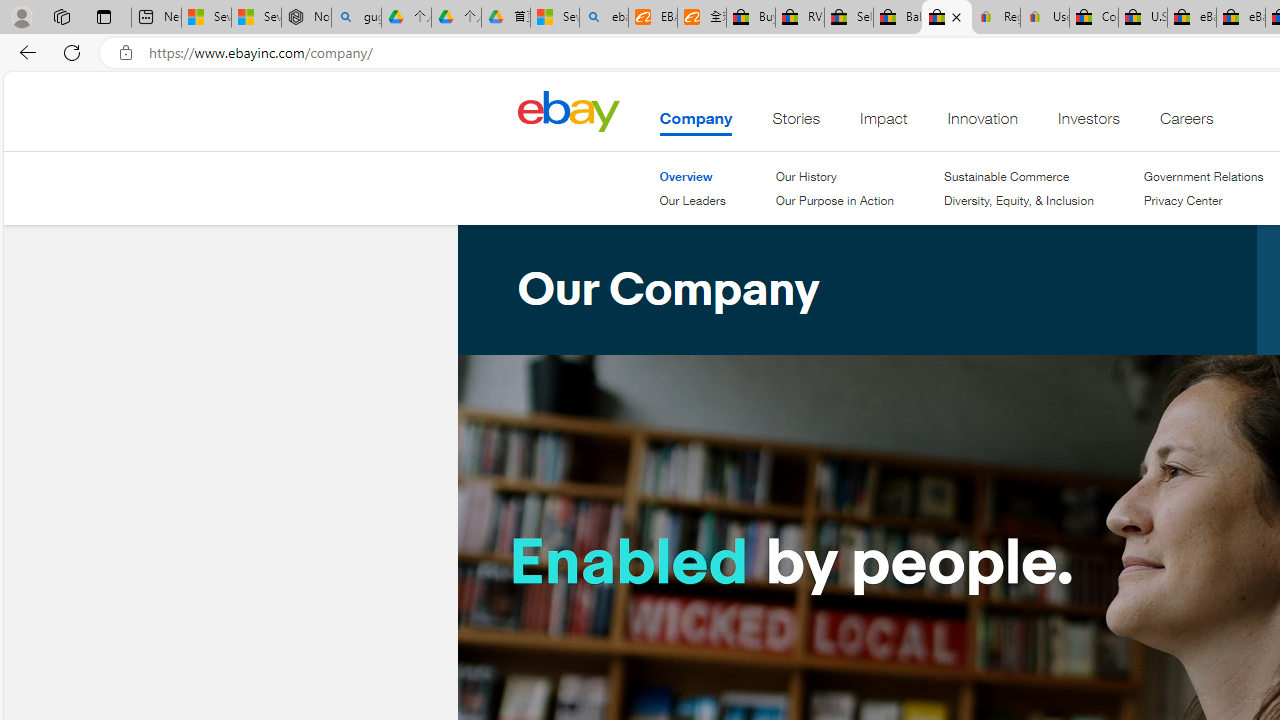 This screenshot has height=720, width=1280. Describe the element at coordinates (833, 200) in the screenshot. I see `'Our Purpose in Action'` at that location.